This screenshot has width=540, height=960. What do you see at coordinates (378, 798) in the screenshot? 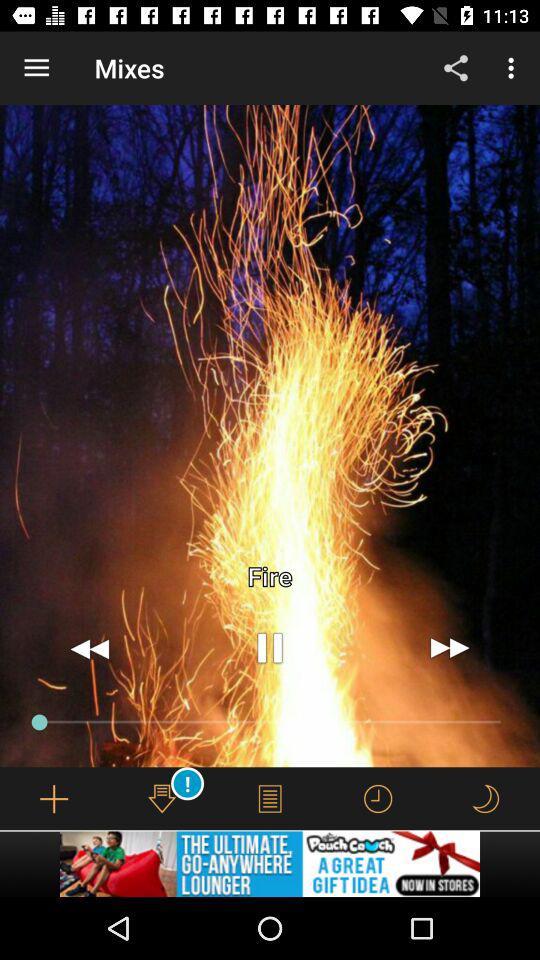
I see `set a timer` at bounding box center [378, 798].